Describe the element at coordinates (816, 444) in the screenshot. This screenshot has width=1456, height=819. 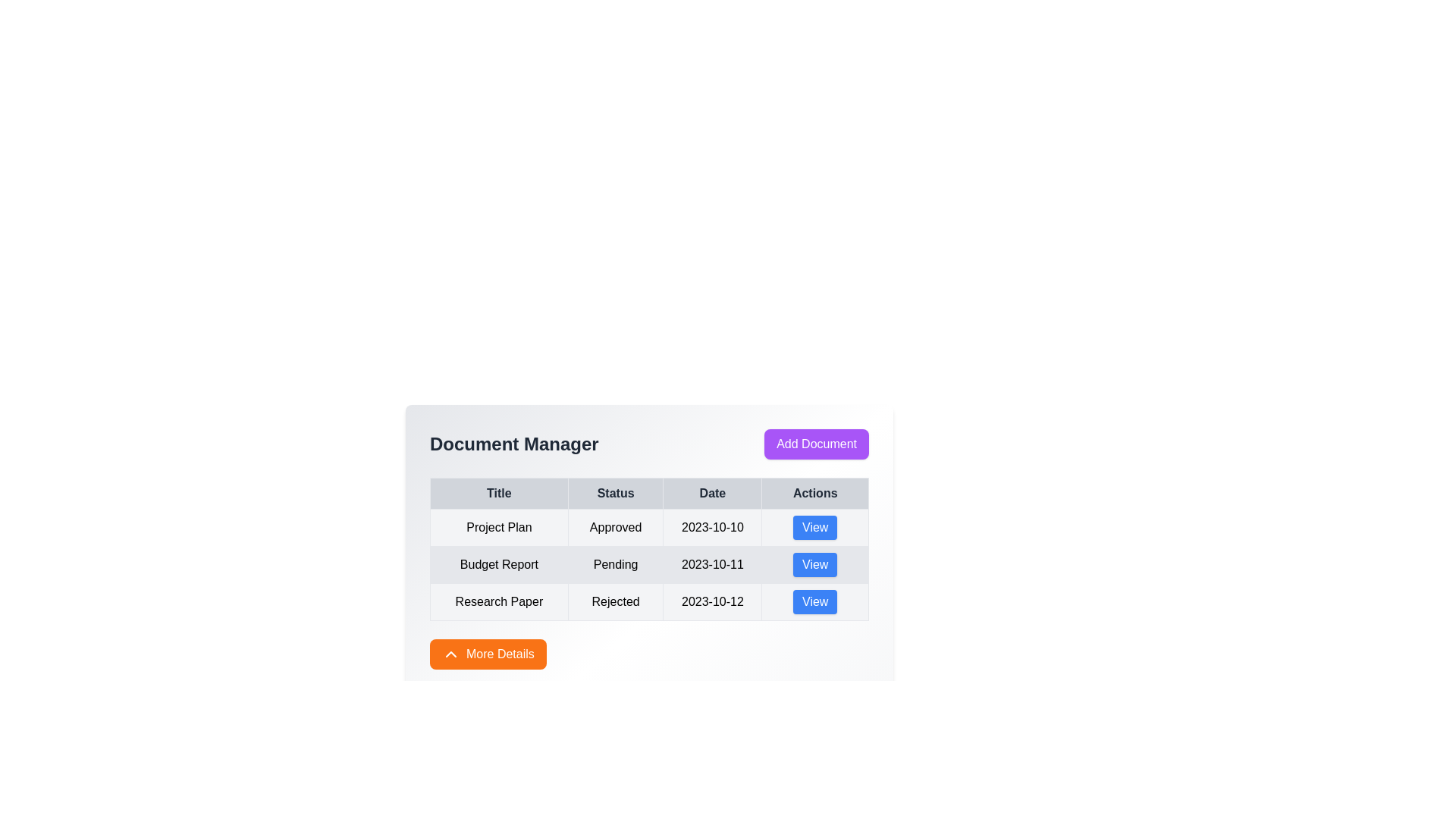
I see `the 'Add Document' button` at that location.